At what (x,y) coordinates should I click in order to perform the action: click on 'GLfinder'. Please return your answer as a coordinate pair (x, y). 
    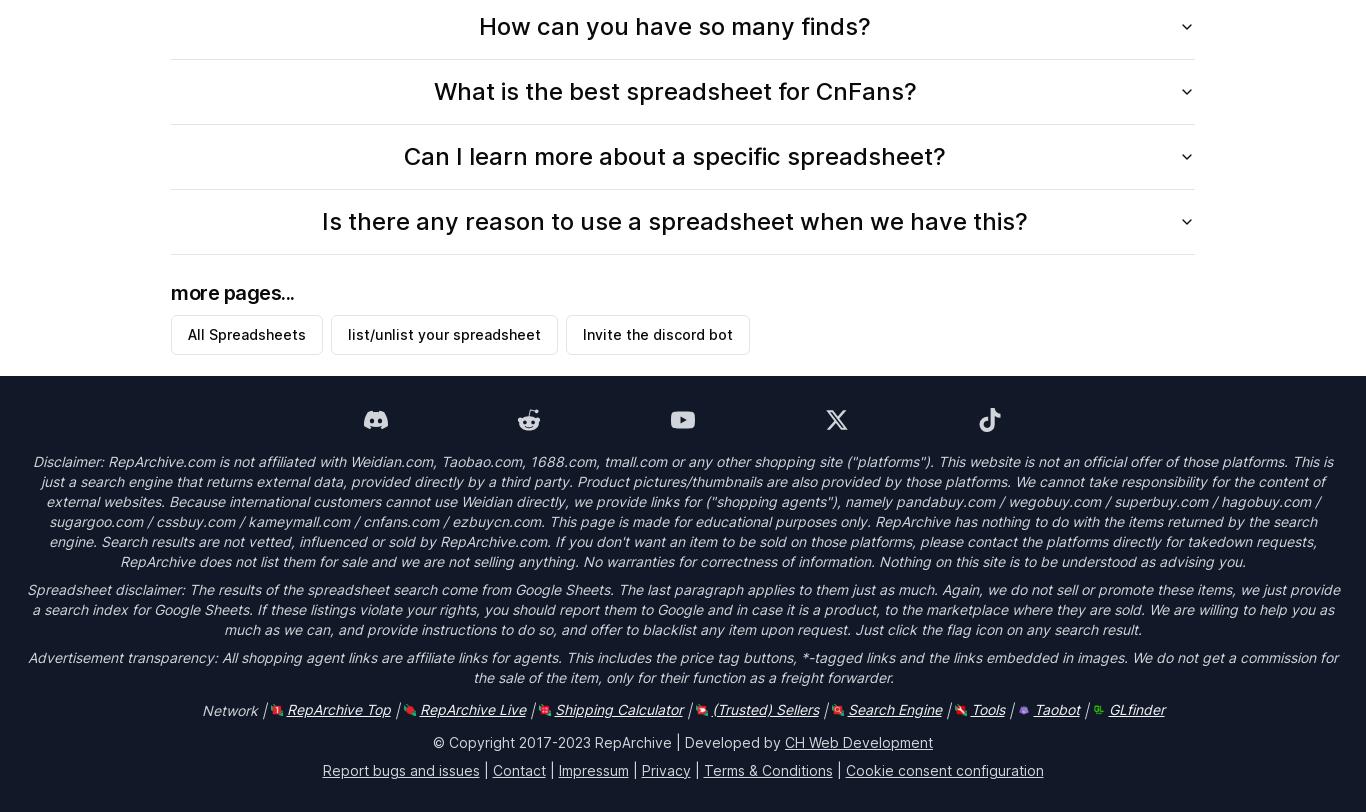
    Looking at the image, I should click on (1134, 708).